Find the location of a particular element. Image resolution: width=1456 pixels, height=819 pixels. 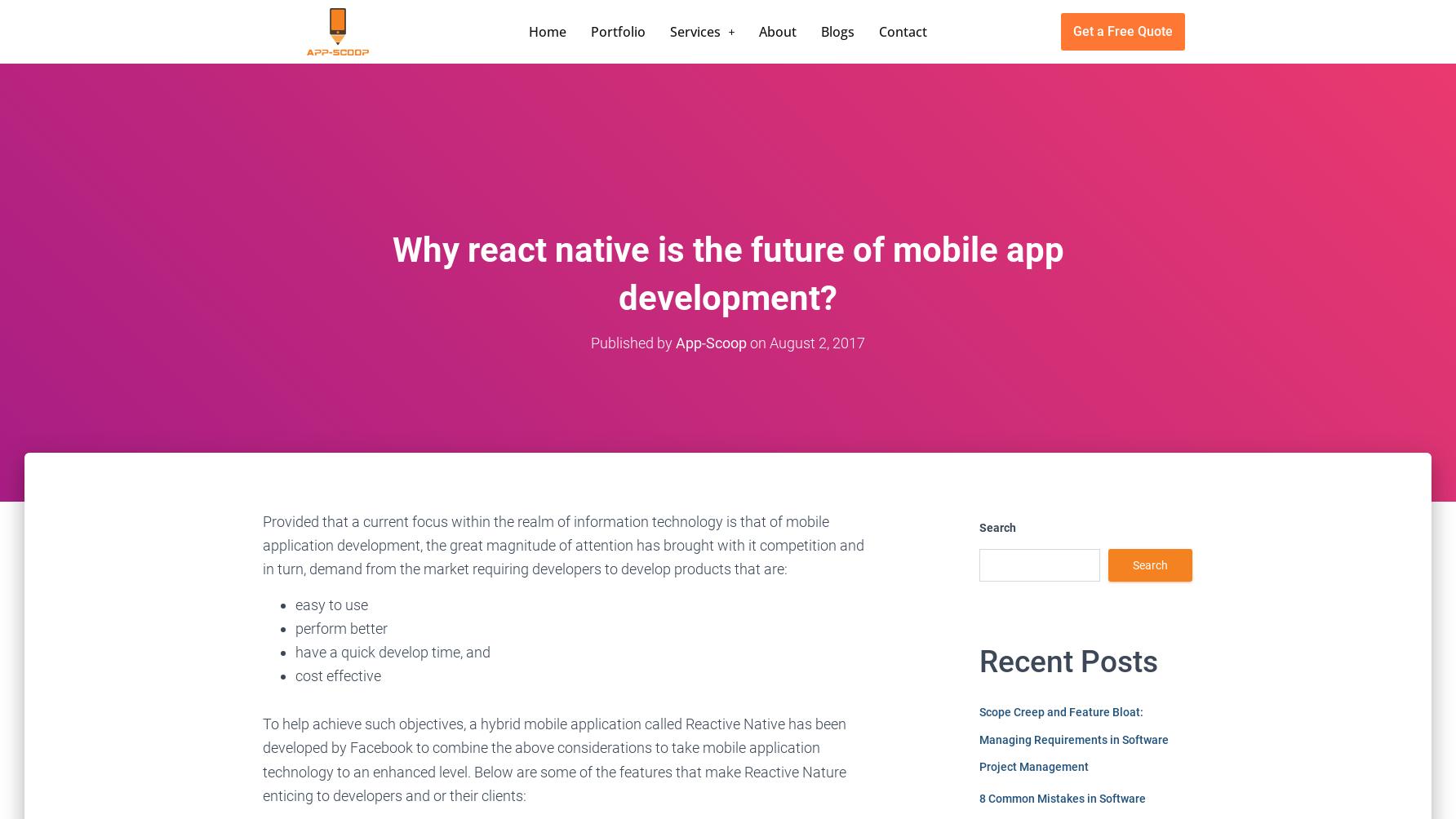

'App-Scoop' is located at coordinates (710, 341).